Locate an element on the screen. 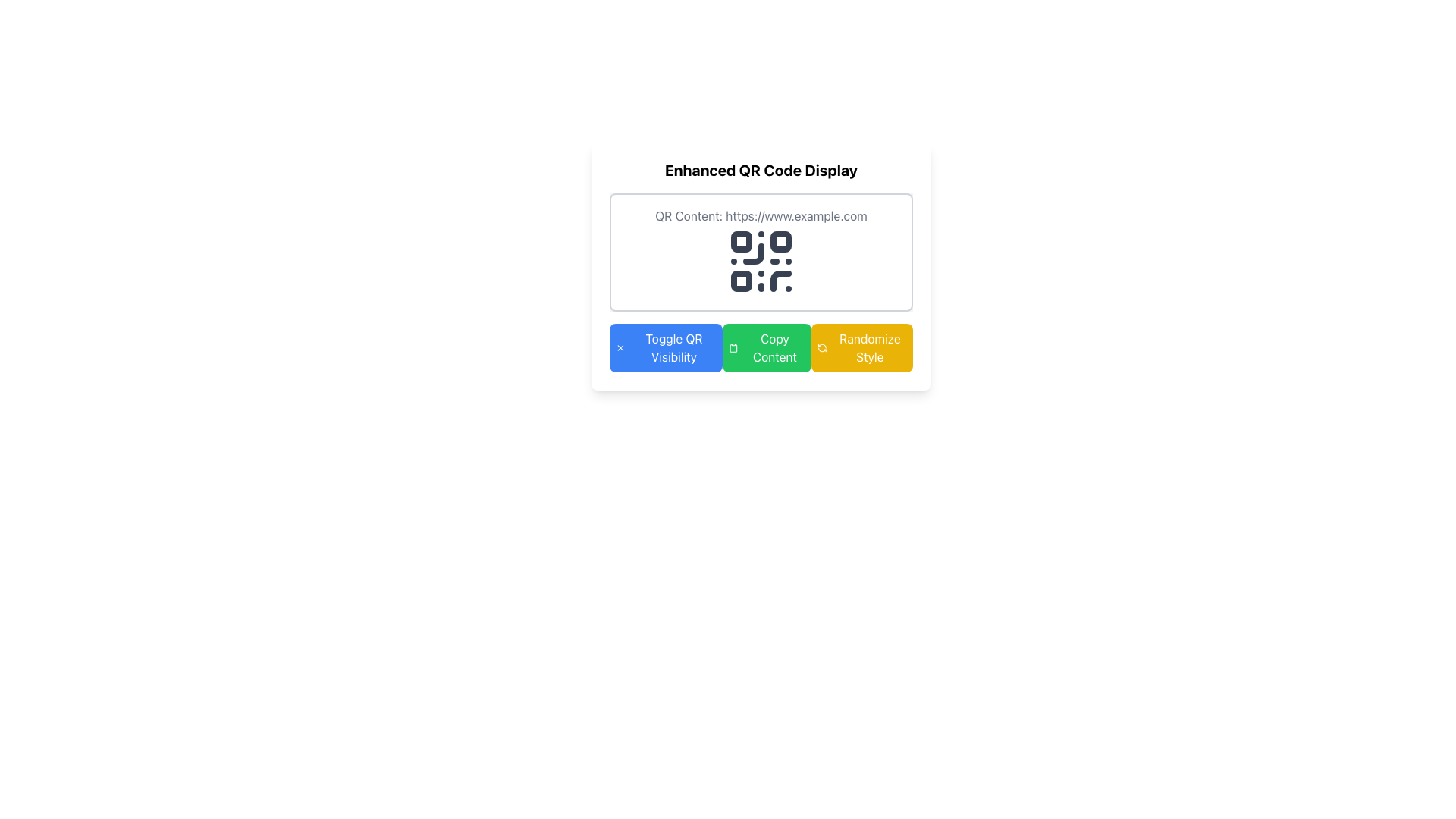 Image resolution: width=1456 pixels, height=819 pixels. the upper right square of the QR code component, which is the second square in a 3x3 grid of the QR code is located at coordinates (781, 241).